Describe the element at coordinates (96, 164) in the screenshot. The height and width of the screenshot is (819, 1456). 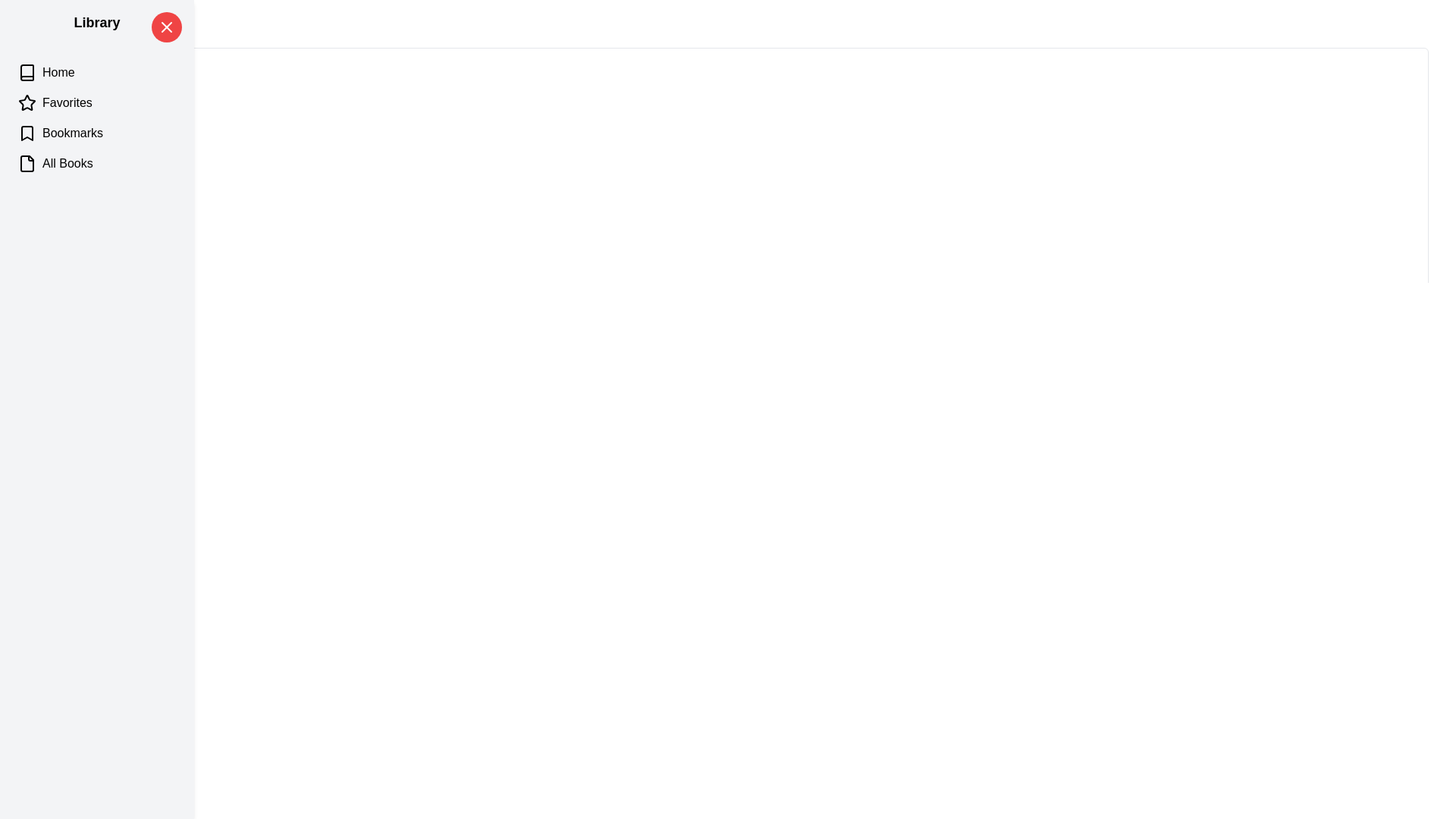
I see `the category All Books in the drawer` at that location.